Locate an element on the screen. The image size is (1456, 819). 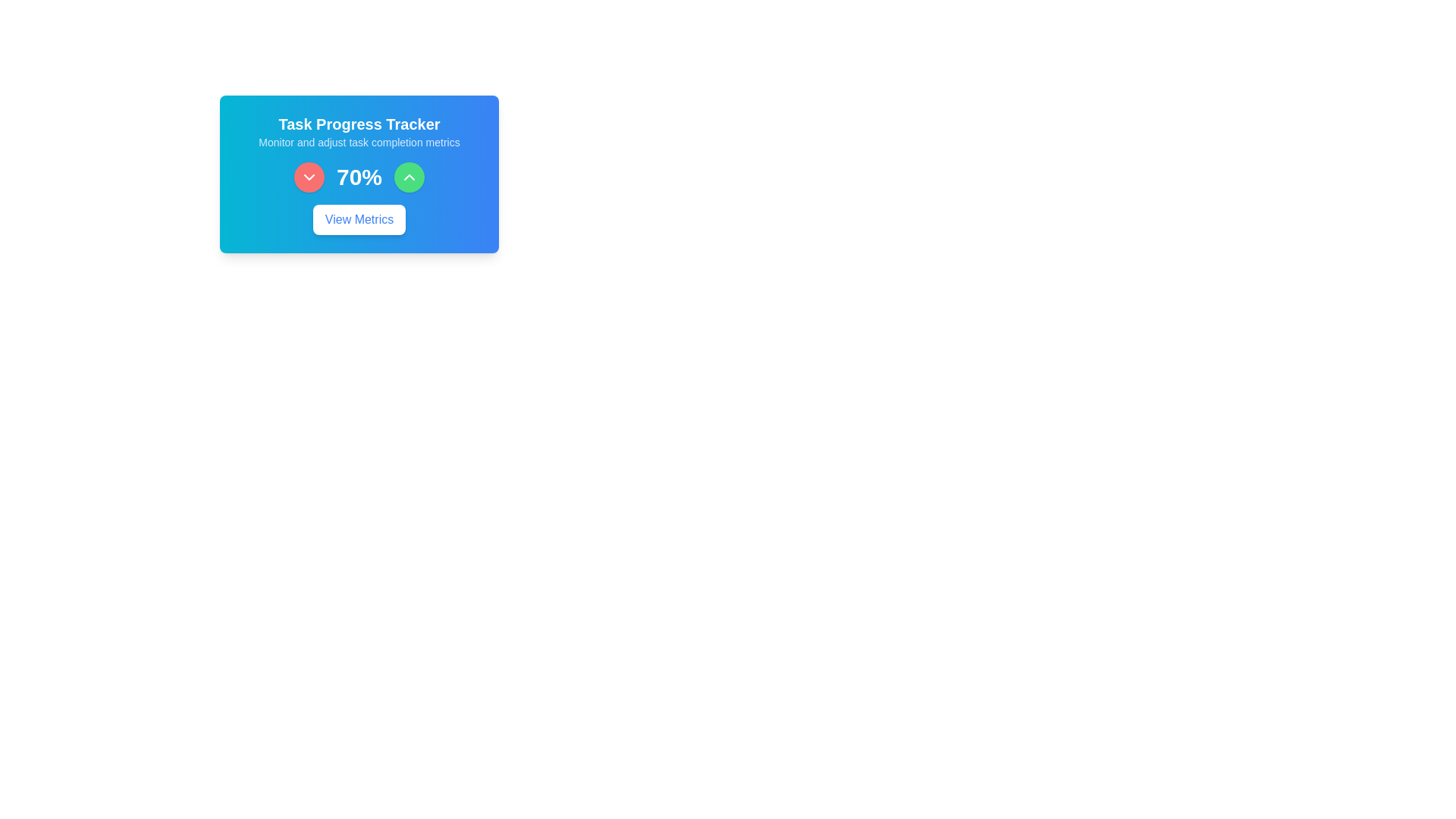
the circular red button with a white downward-facing arrow icon to observe the visual change in its color is located at coordinates (309, 177).